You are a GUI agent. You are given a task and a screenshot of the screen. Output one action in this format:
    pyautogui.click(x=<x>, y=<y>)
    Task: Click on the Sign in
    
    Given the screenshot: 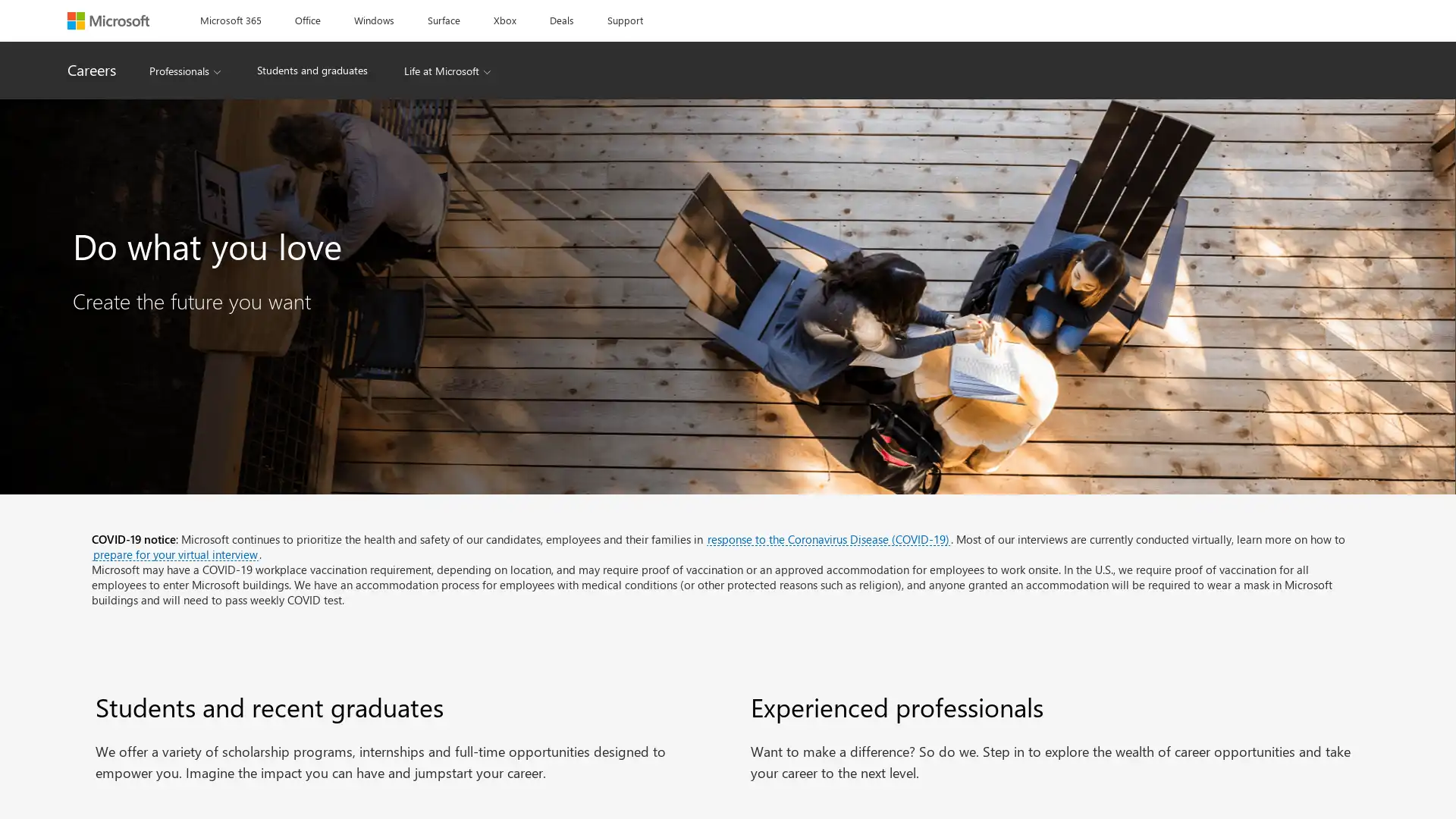 What is the action you would take?
    pyautogui.click(x=1277, y=139)
    